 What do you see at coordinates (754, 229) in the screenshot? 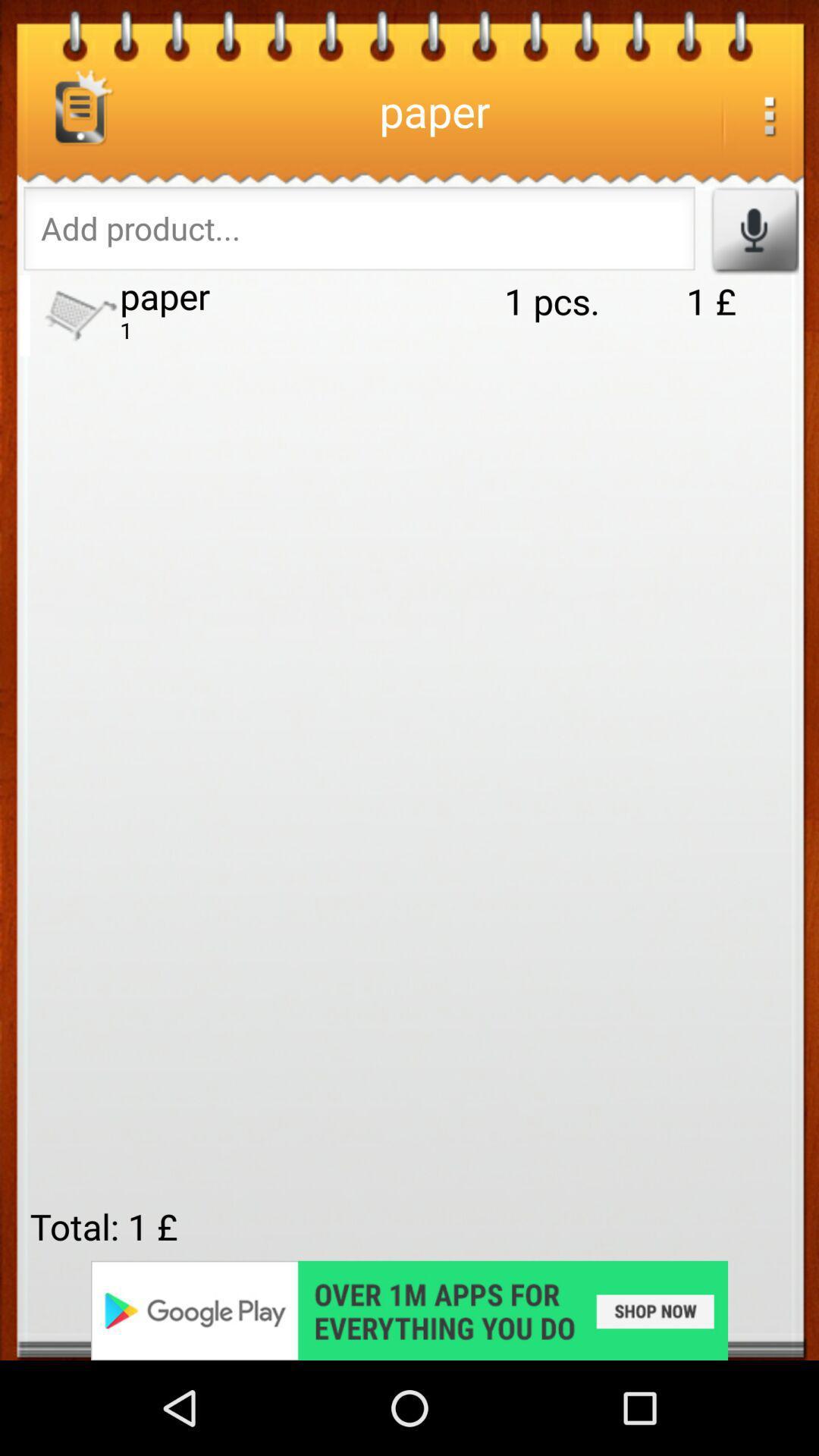
I see `record` at bounding box center [754, 229].